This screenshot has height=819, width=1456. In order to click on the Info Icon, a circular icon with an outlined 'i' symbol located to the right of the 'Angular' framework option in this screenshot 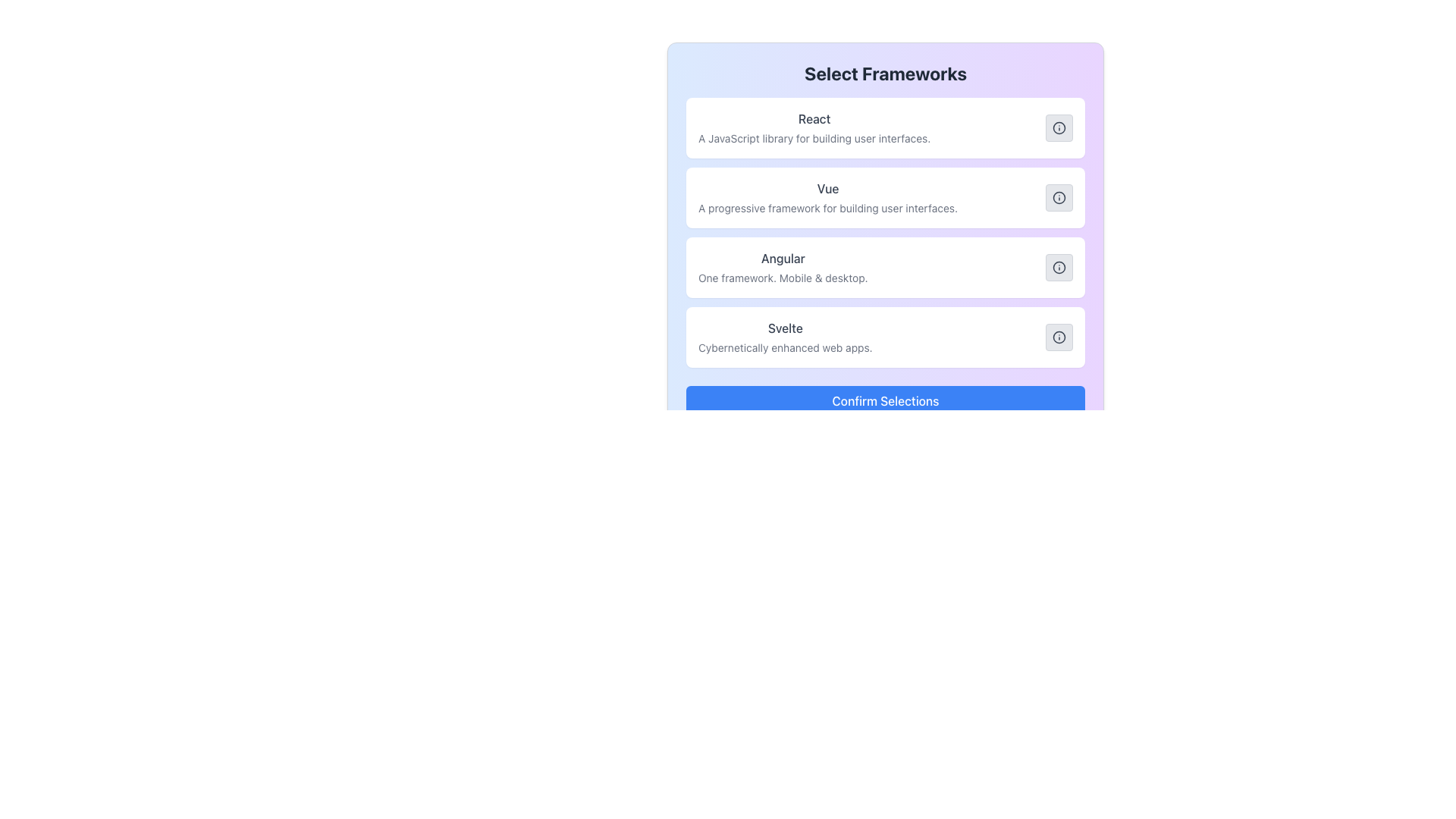, I will do `click(1058, 267)`.